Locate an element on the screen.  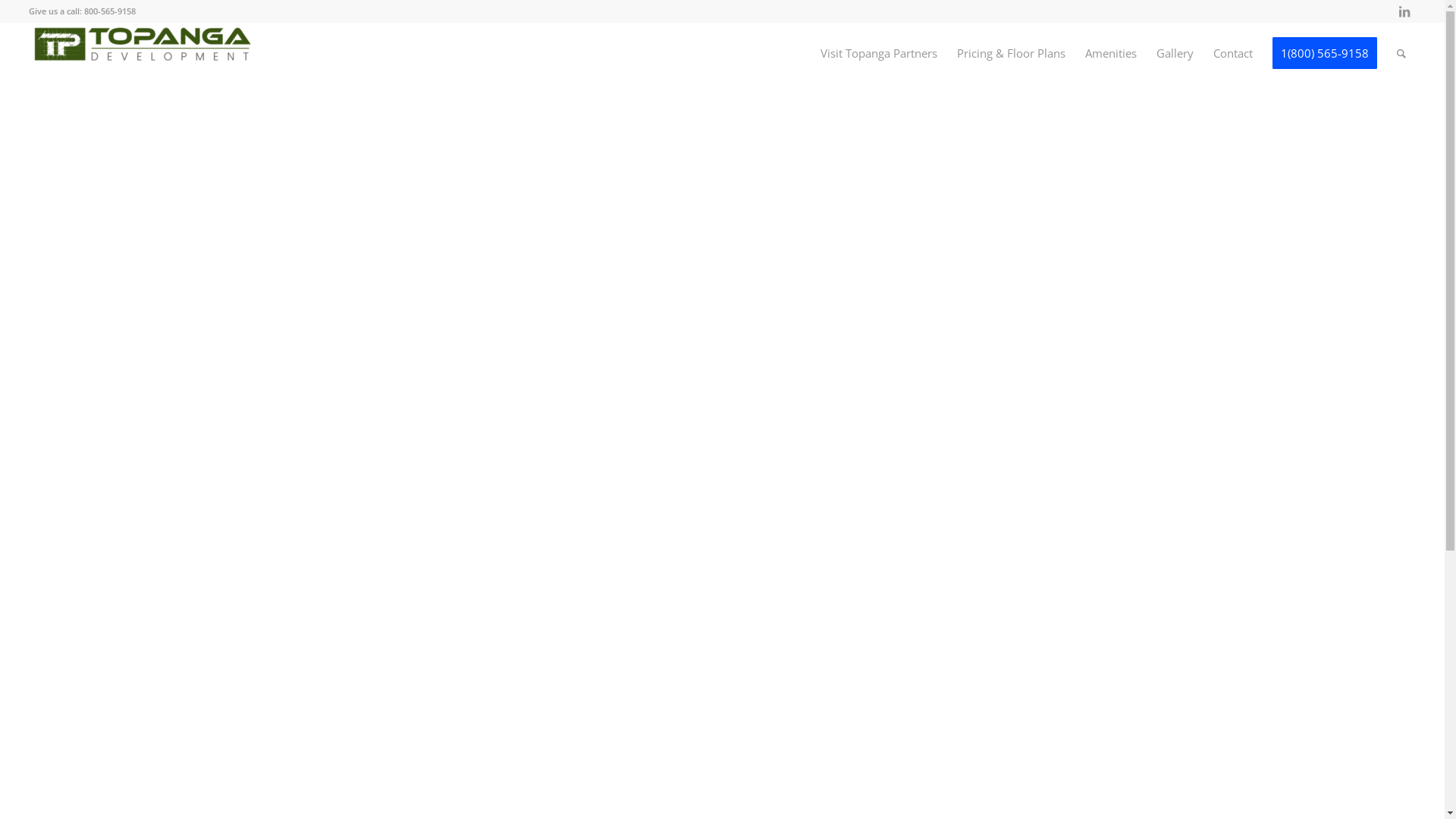
'LinkedIn' is located at coordinates (1393, 11).